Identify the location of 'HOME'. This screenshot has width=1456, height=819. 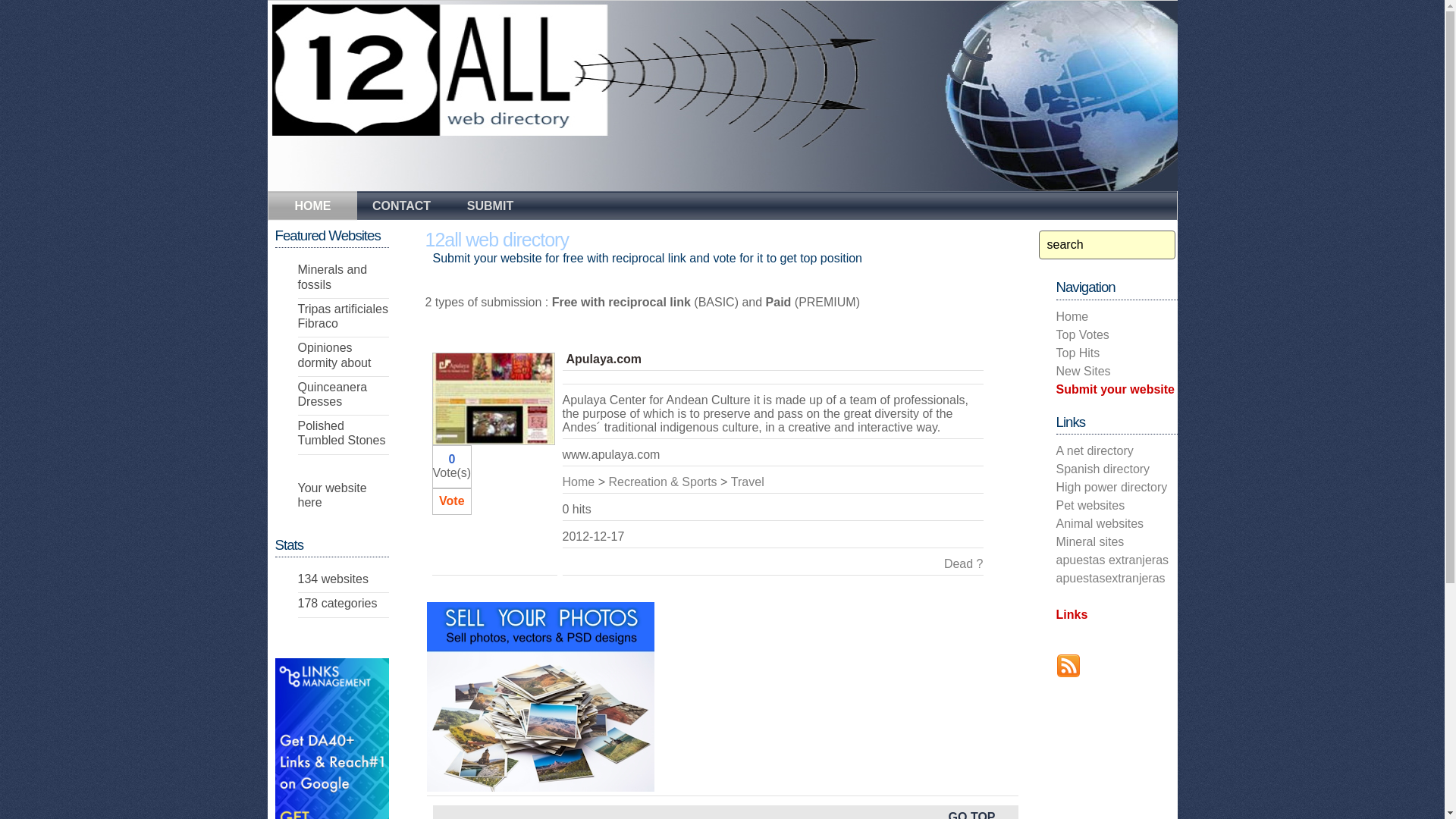
(312, 207).